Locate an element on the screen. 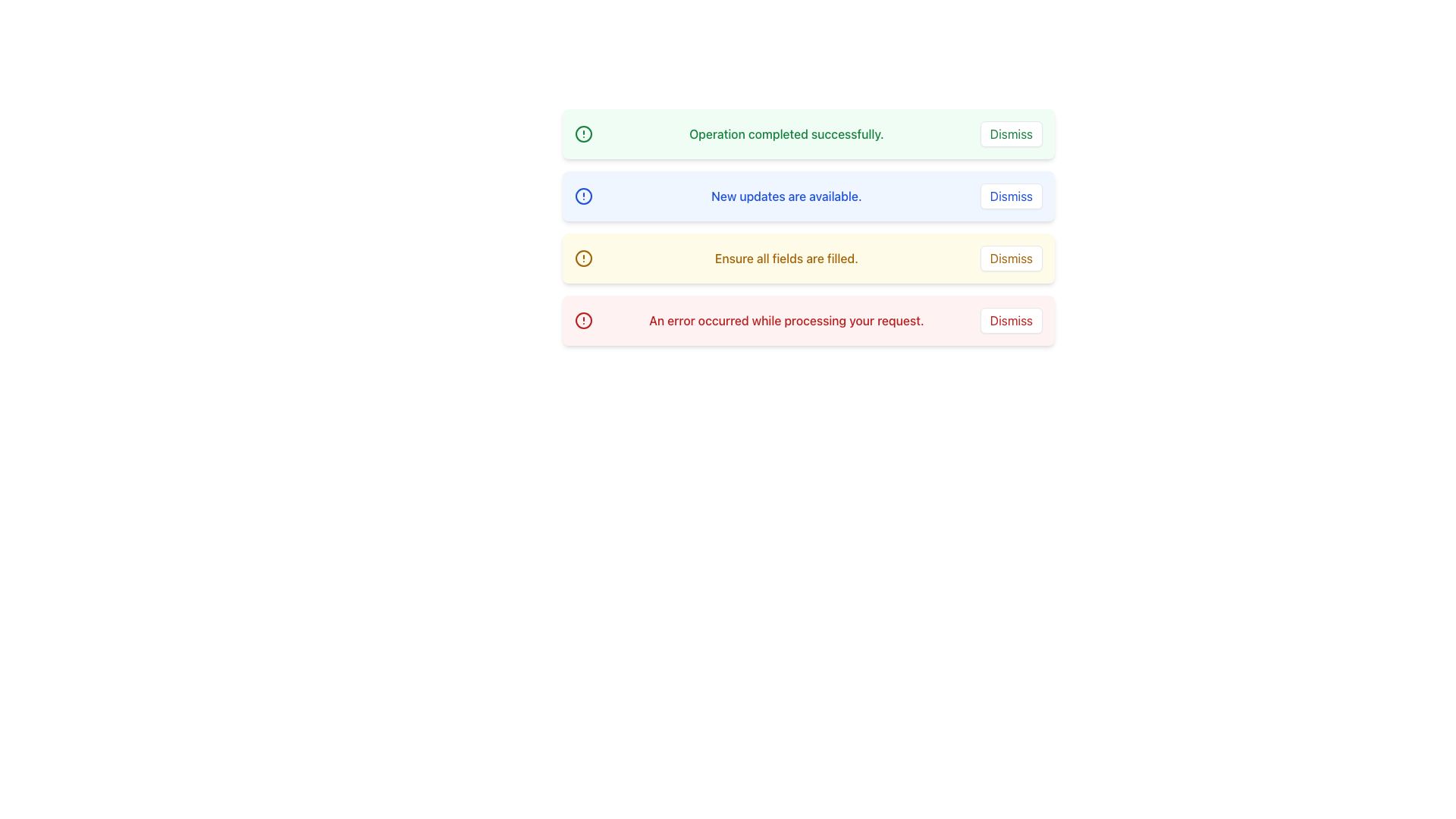  the notification icon that indicates updates, located in the second notification box with a light blue background, next to the text 'New updates are available.' is located at coordinates (582, 195).